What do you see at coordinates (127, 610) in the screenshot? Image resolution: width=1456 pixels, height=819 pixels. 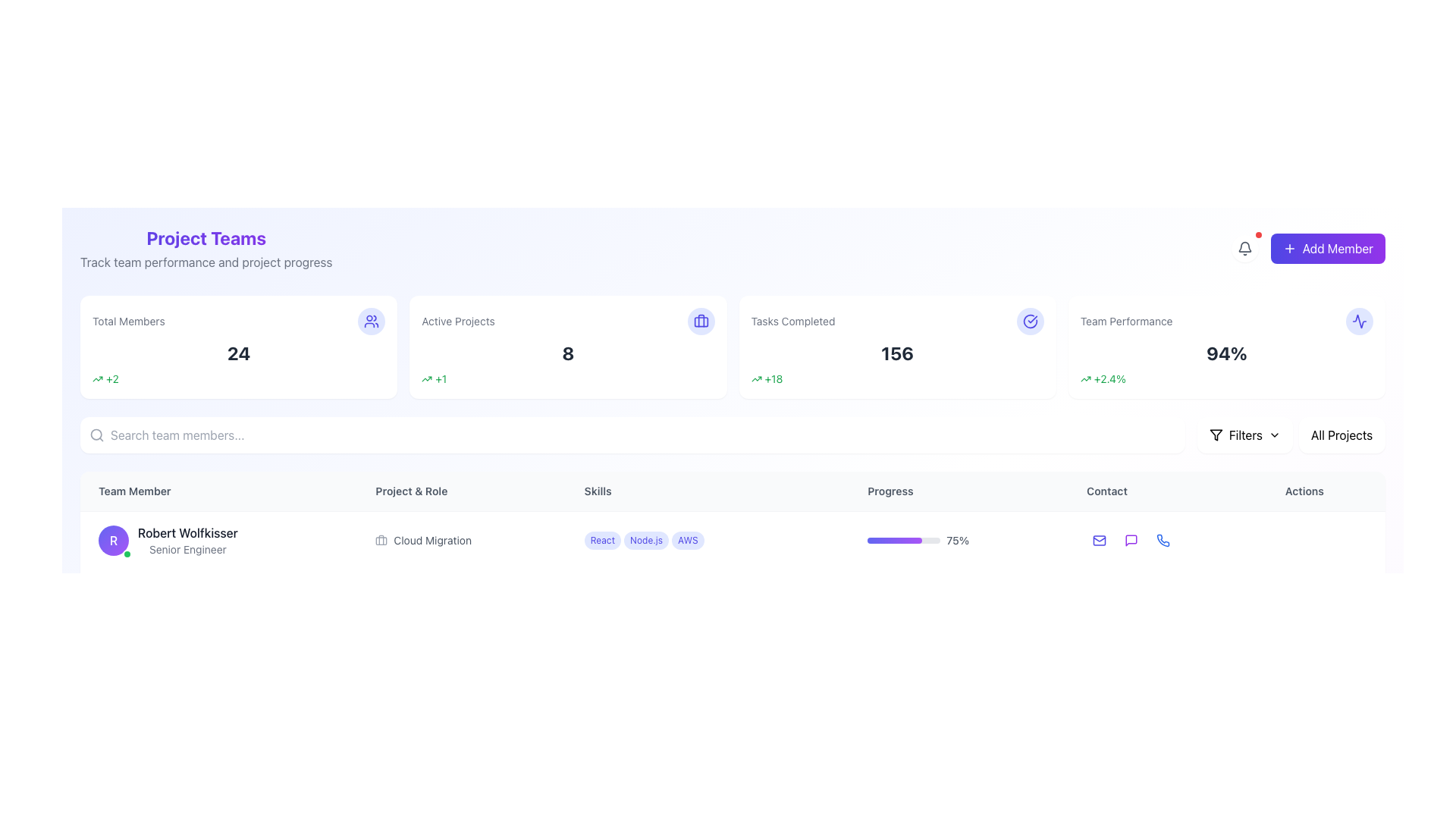 I see `the status indication of the Circular status indicator located at the lower-right corner of the profile icon displaying the letter 'J' in the team members' section` at bounding box center [127, 610].